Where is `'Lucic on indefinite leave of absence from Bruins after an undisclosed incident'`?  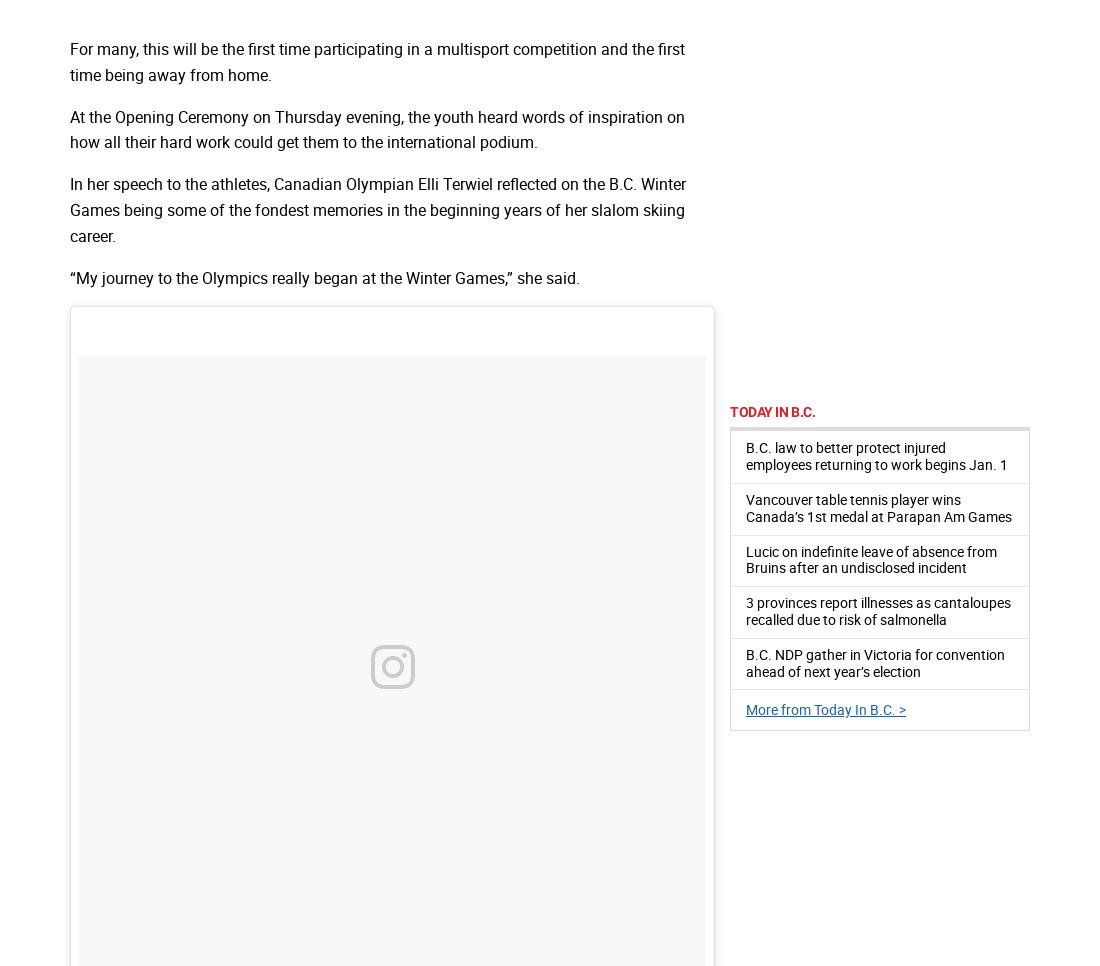 'Lucic on indefinite leave of absence from Bruins after an undisclosed incident' is located at coordinates (870, 558).